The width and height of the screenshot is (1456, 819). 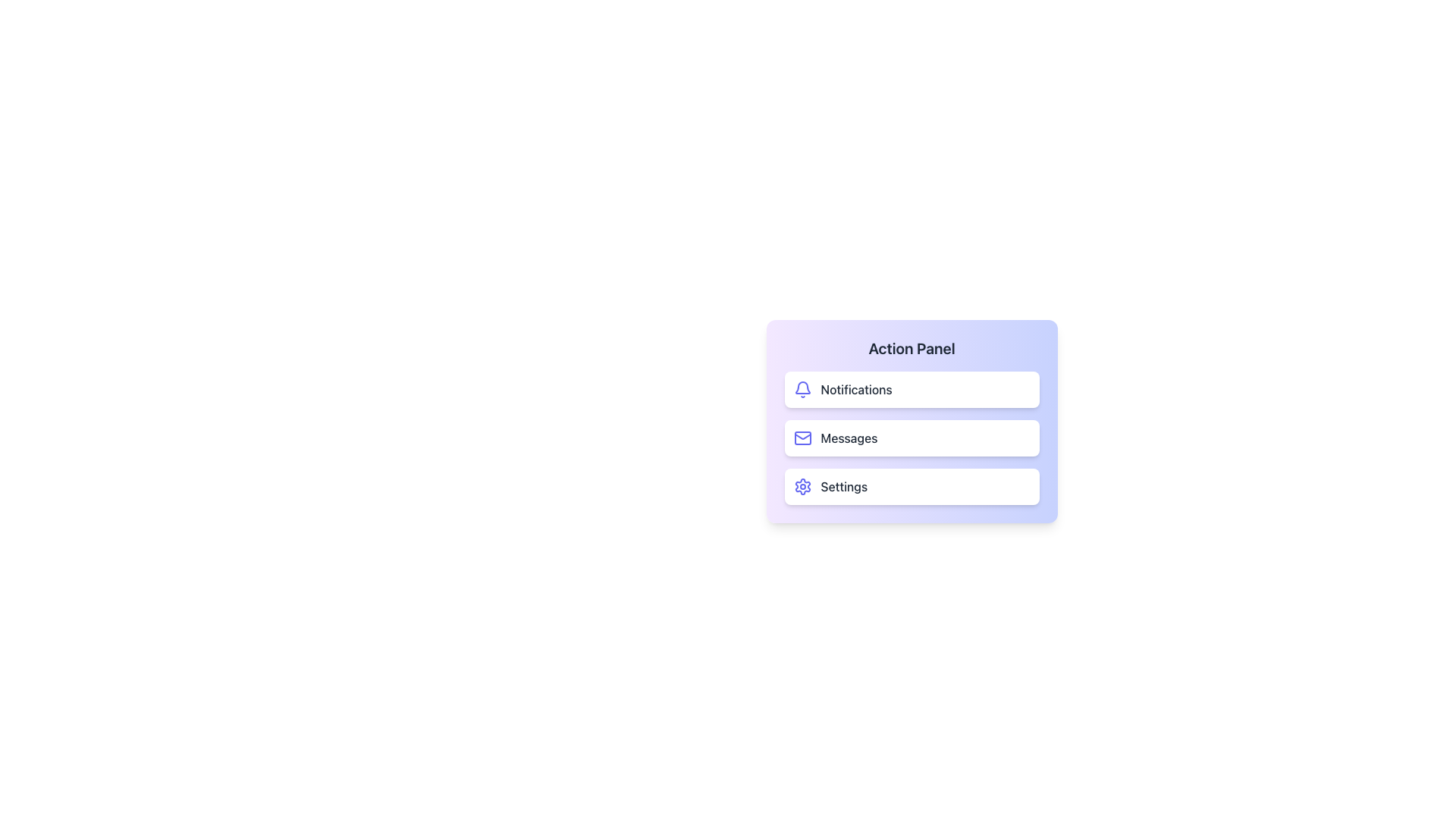 I want to click on the gear-shaped settings icon located in the Action Panel section, which is styled in blue and accompanied by the label 'Settings', so click(x=802, y=486).